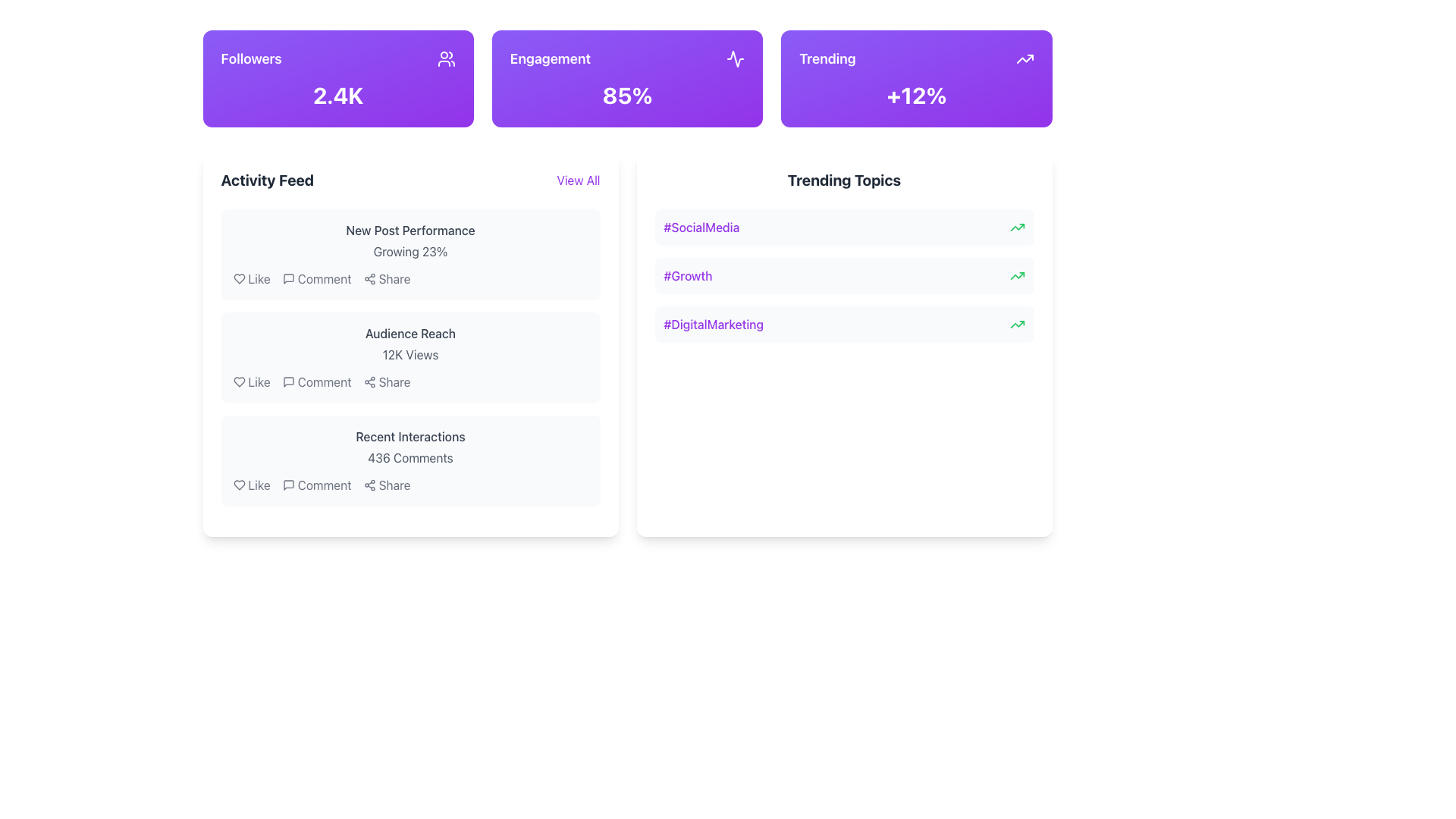 The height and width of the screenshot is (819, 1456). I want to click on the 'Like' button located in the 'Activity Feed' section, which is the first option in the second row corresponding to the 'Audience Reach' feed item, so click(252, 381).